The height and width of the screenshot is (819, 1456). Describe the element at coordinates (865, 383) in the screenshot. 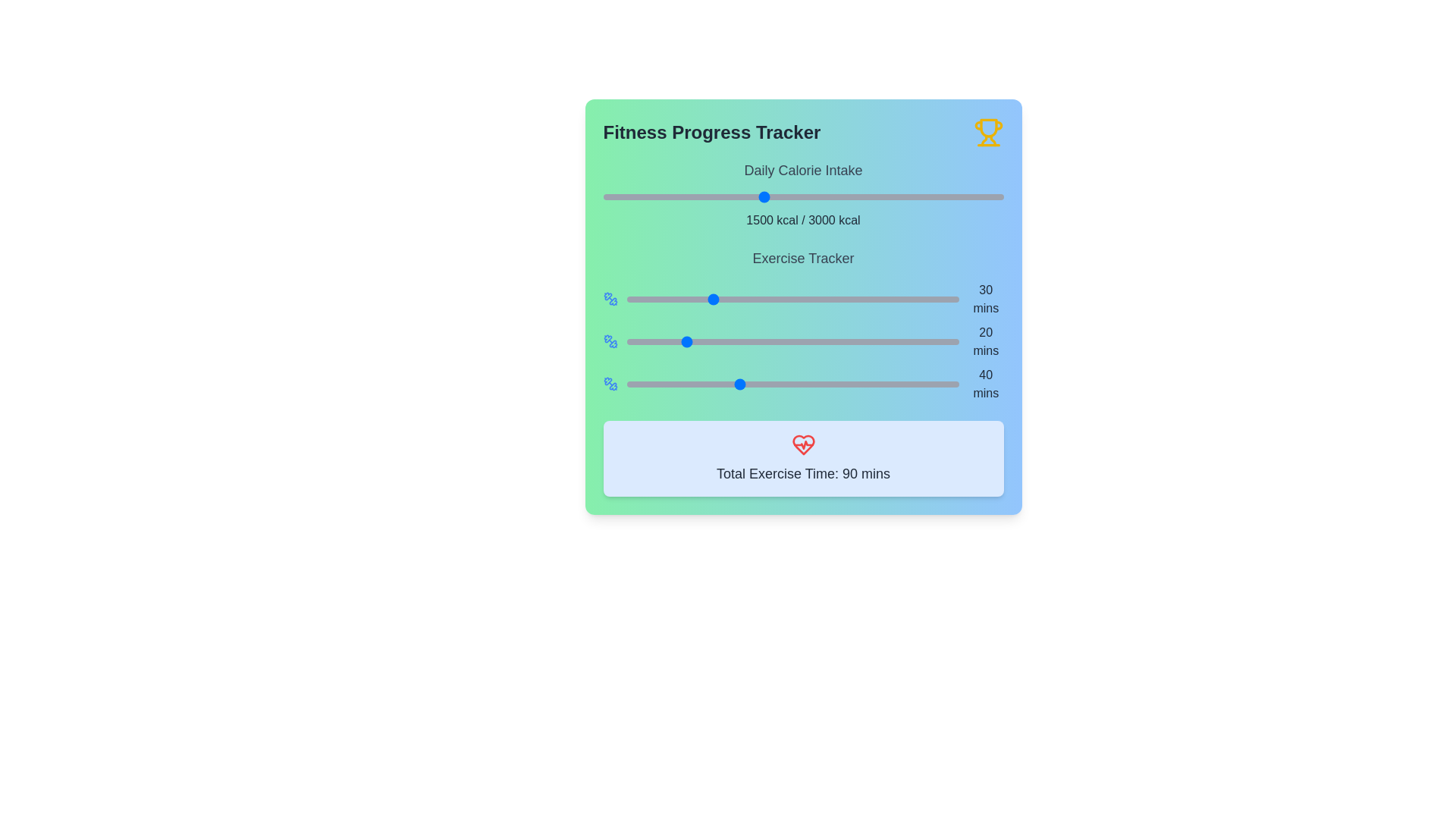

I see `the exercise duration` at that location.